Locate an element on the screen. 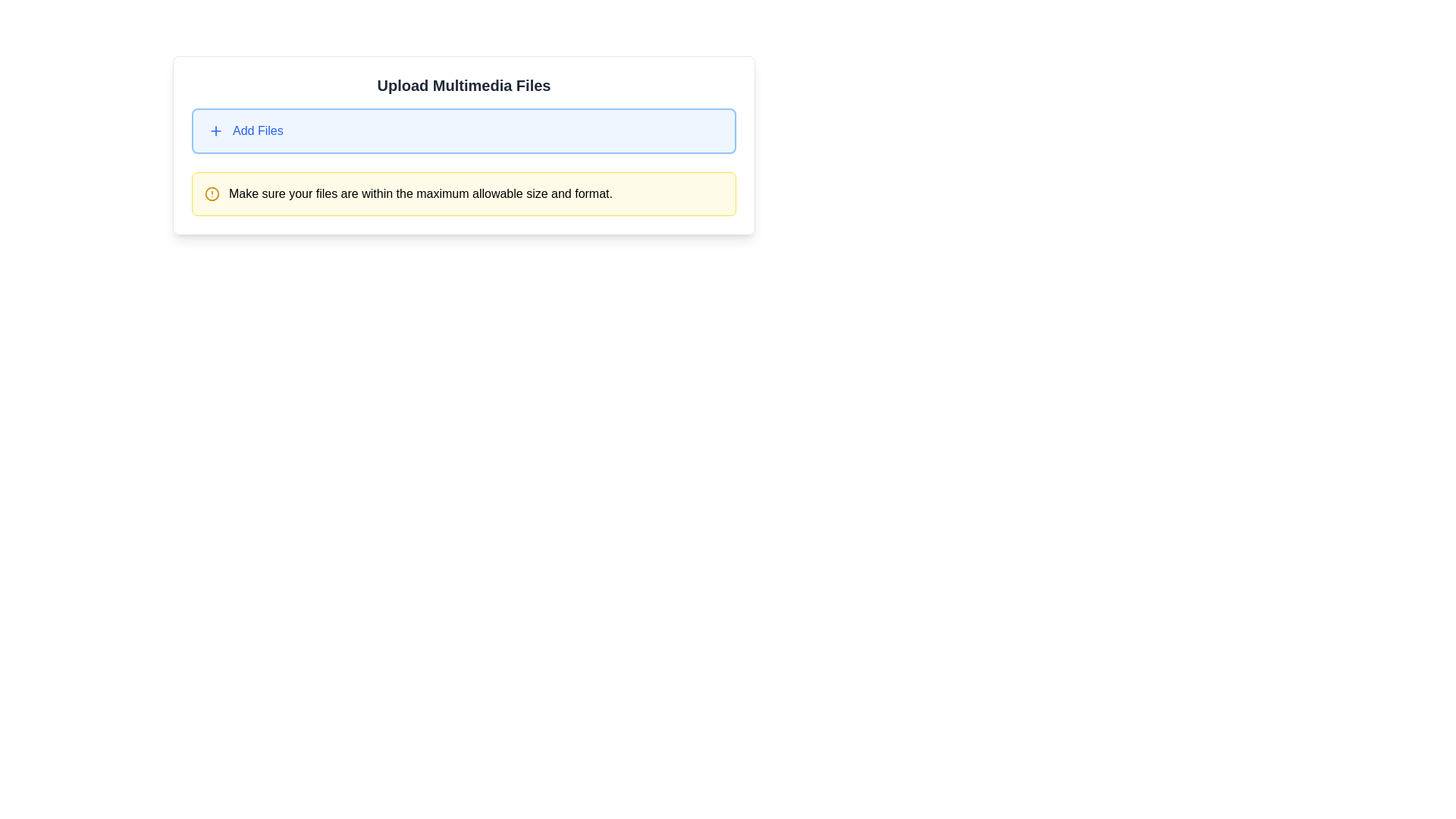  the icon inside the button with a blue border and background, located to the left of the 'Add Files' text is located at coordinates (215, 130).